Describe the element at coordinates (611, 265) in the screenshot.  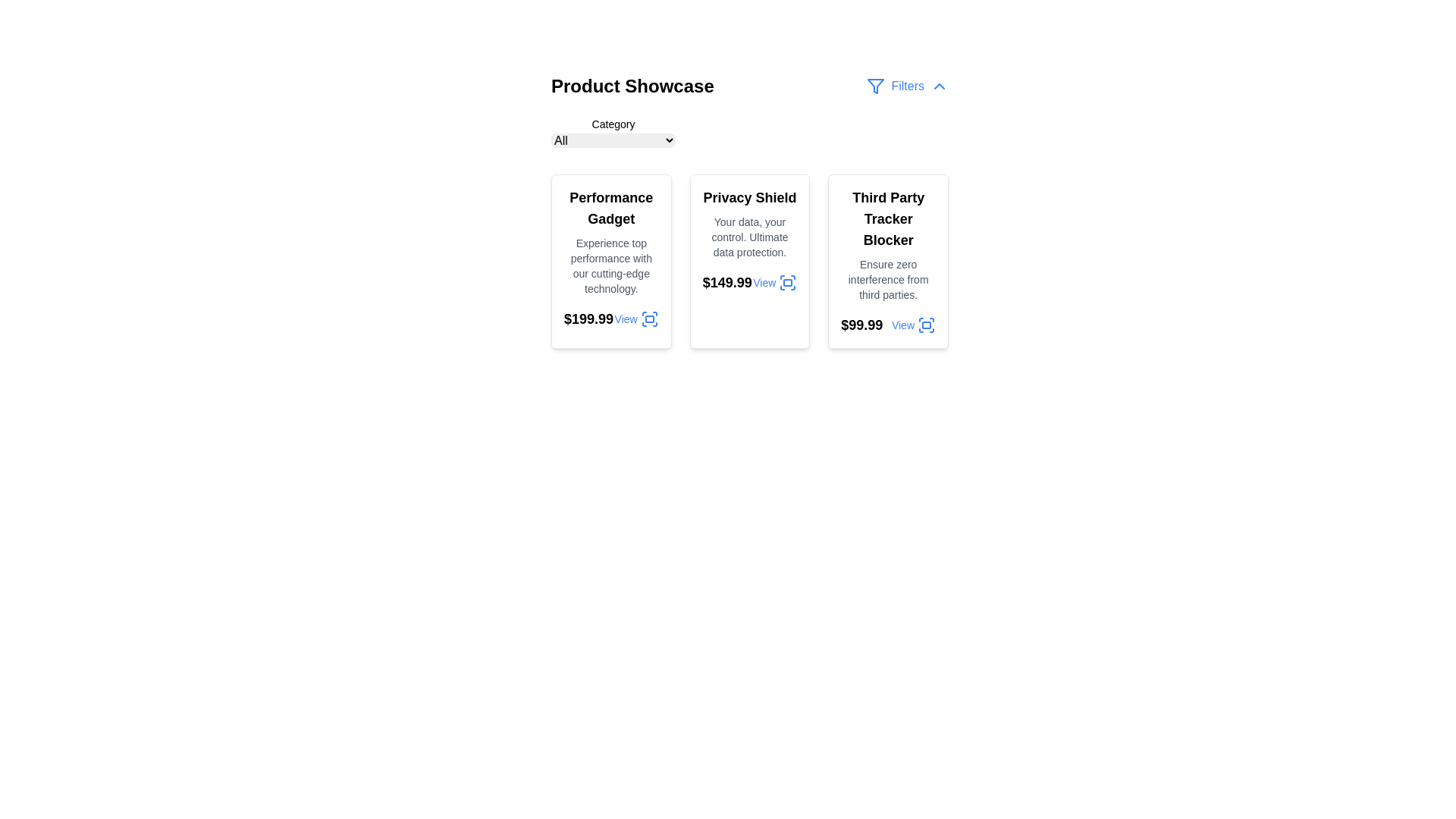
I see `the Text Block providing descriptive information about the product, located in the middle section of the first card beneath the title 'Performance Gadget'` at that location.